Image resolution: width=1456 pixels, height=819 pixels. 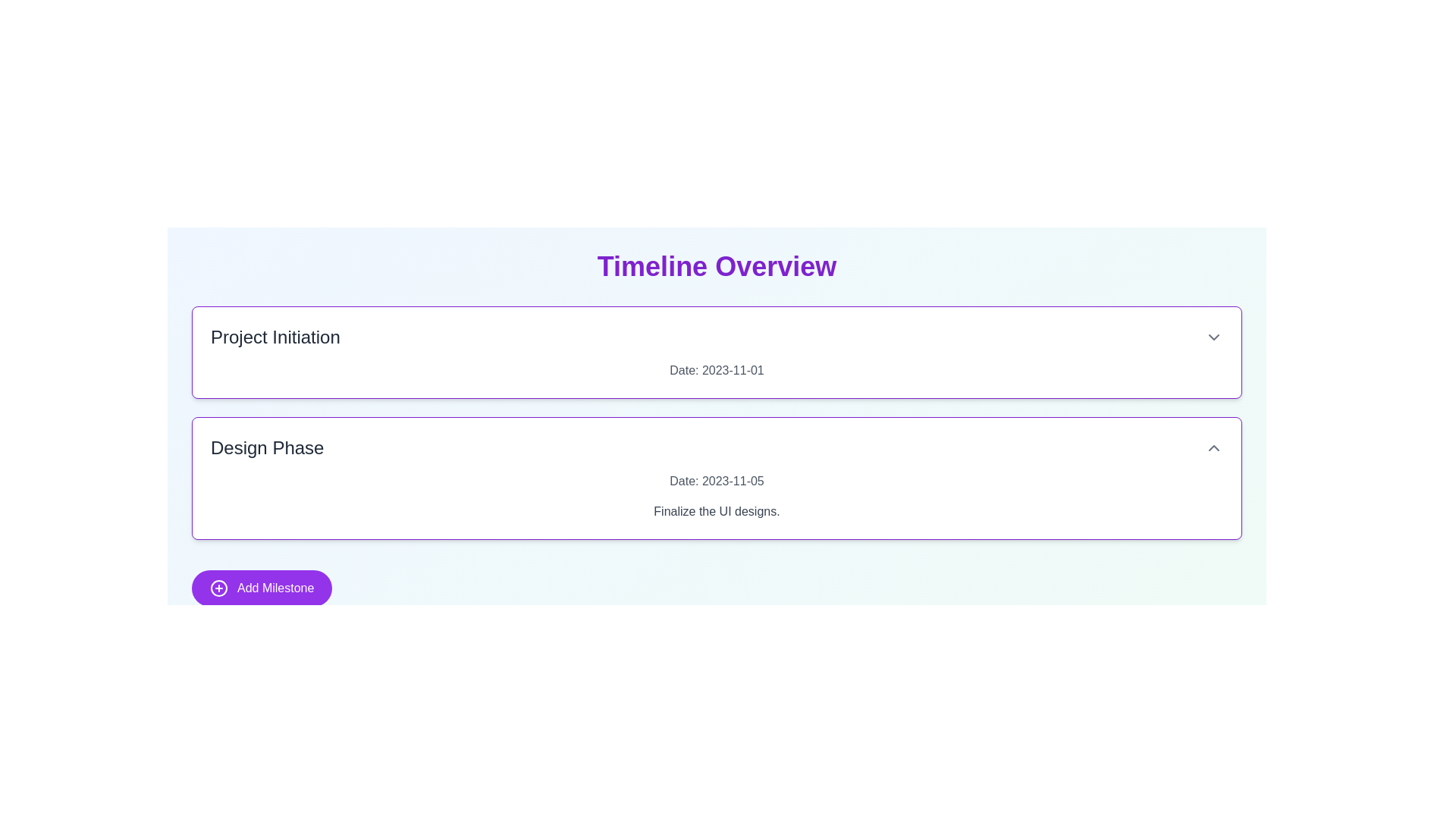 I want to click on the downward-pointing chevron icon on the far-right side of the 'Project Initiation' panel, so click(x=1214, y=336).